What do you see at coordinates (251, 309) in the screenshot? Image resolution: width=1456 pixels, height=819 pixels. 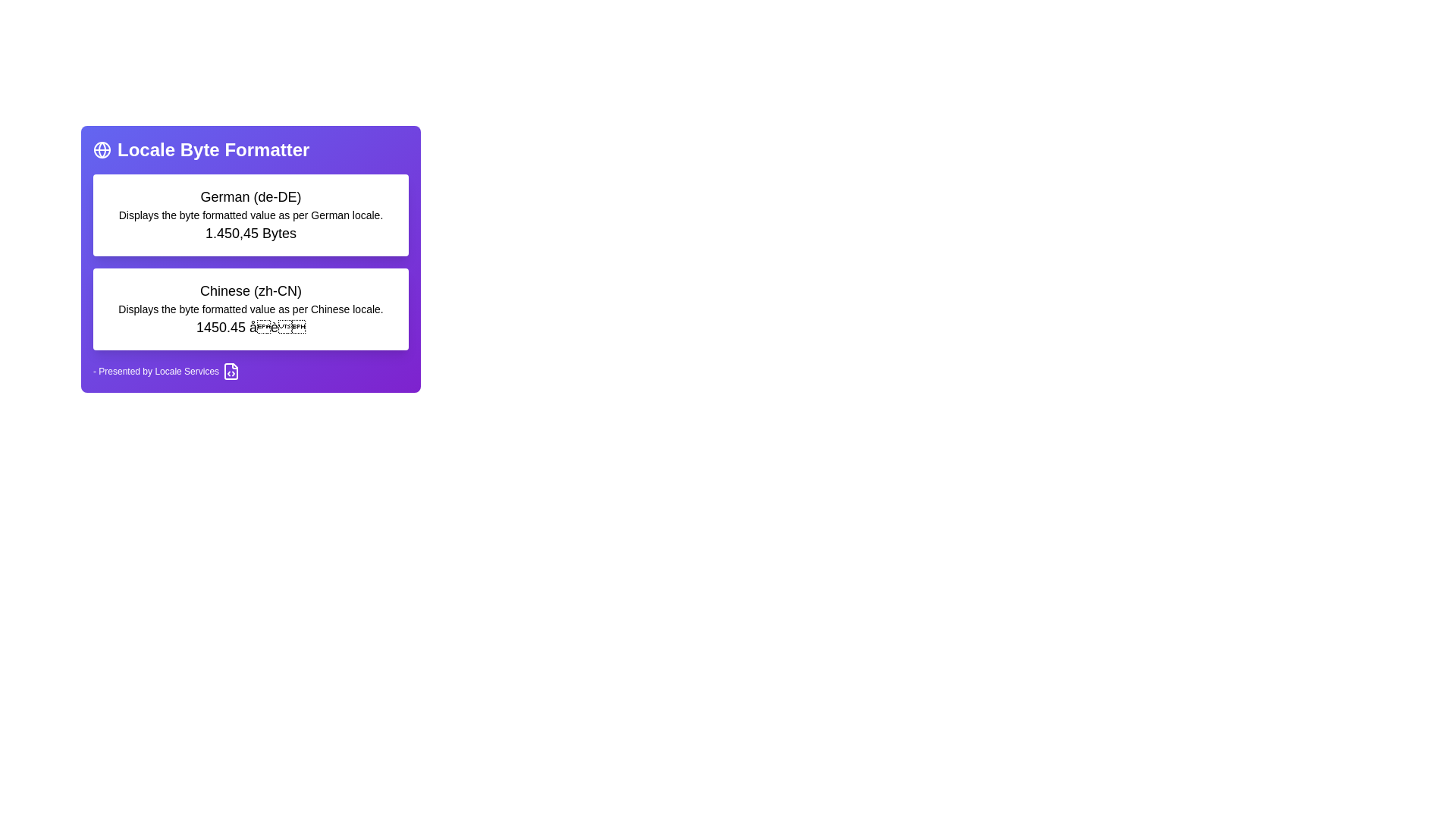 I see `the second static information card displaying localized byte formatting in Chinese, positioned below the first card with German locale` at bounding box center [251, 309].